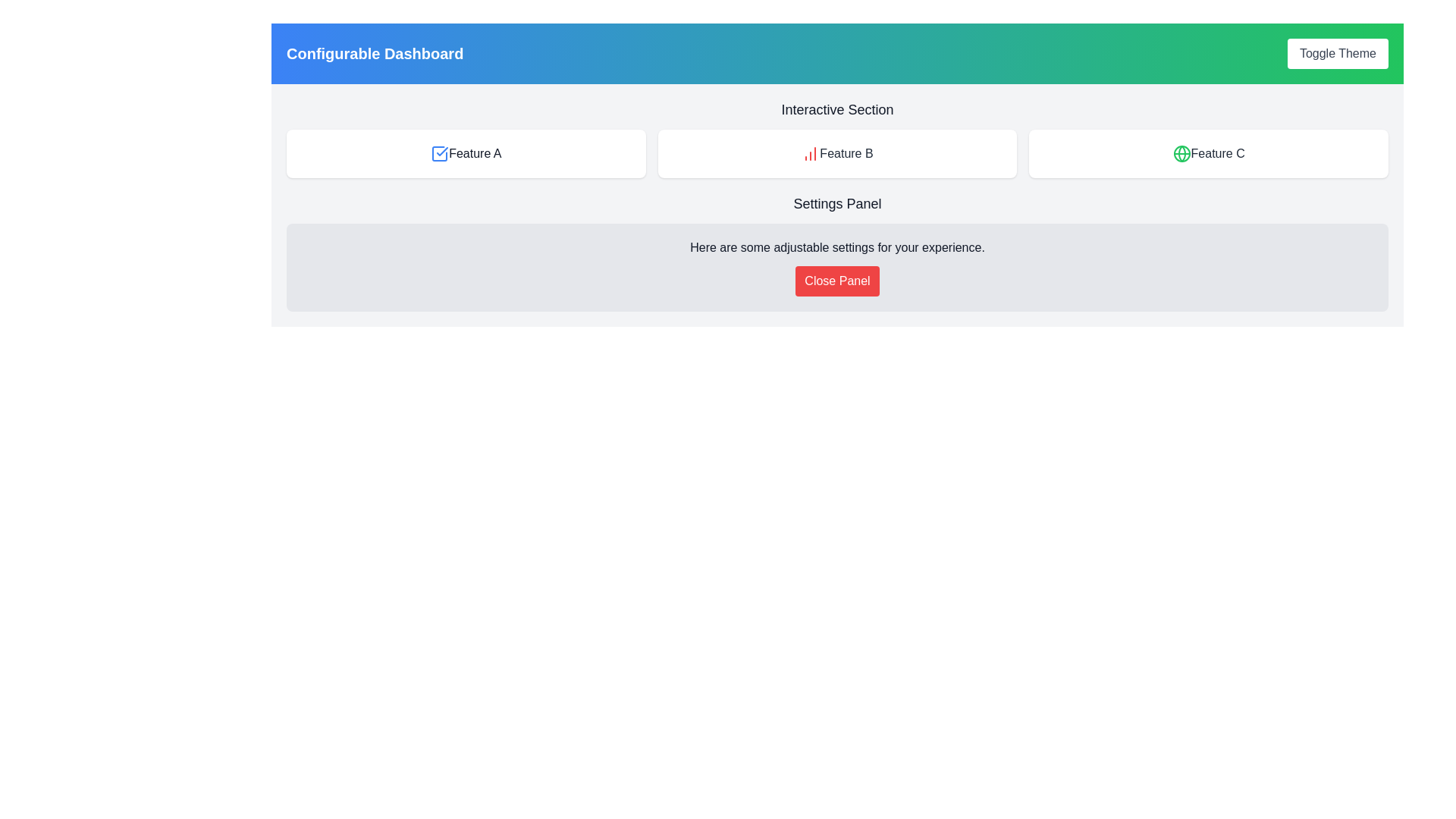 Image resolution: width=1456 pixels, height=819 pixels. I want to click on the 'Close Panel' button, which has a red background and white text, so click(836, 281).